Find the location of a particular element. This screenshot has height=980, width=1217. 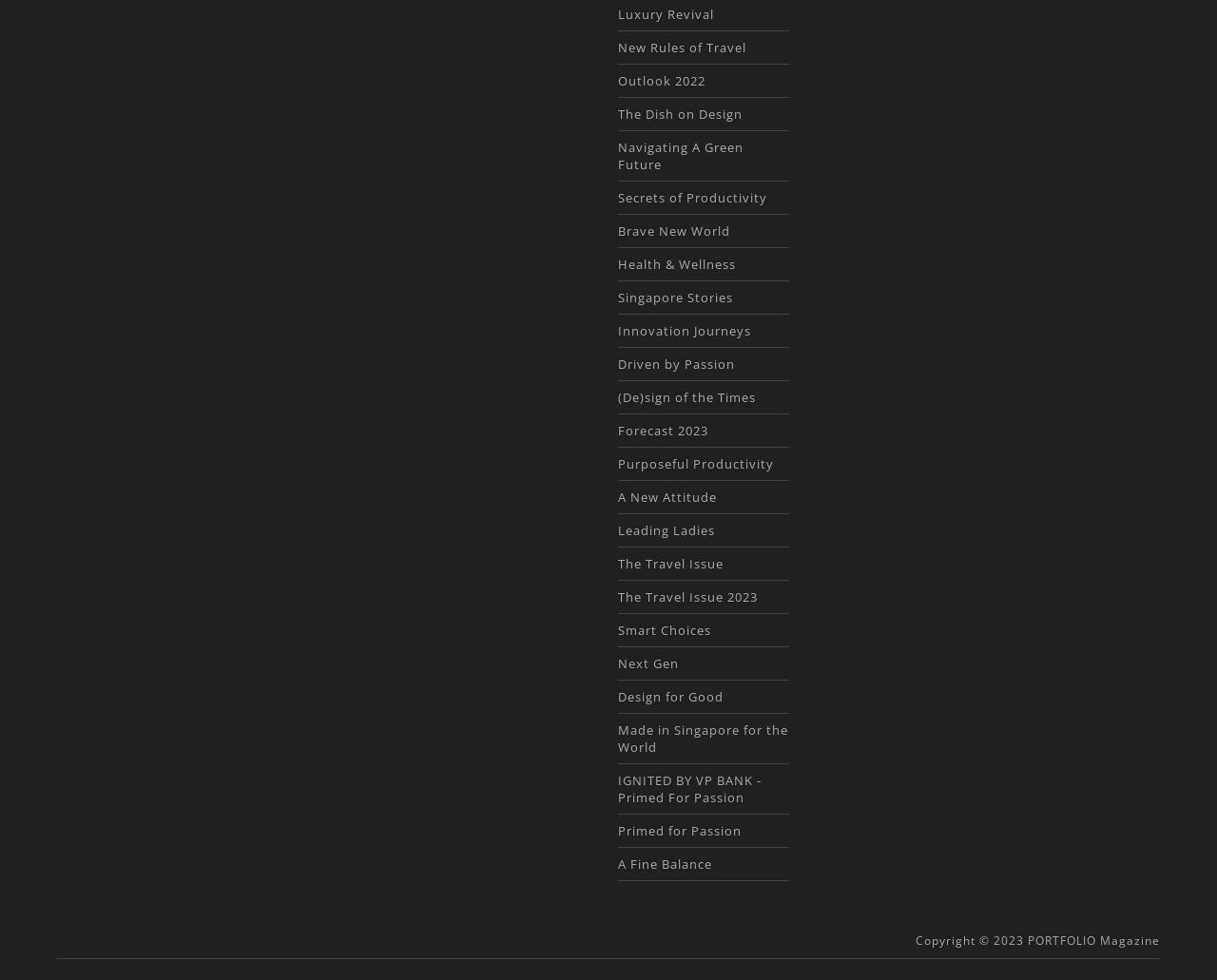

'Next Gen' is located at coordinates (647, 663).